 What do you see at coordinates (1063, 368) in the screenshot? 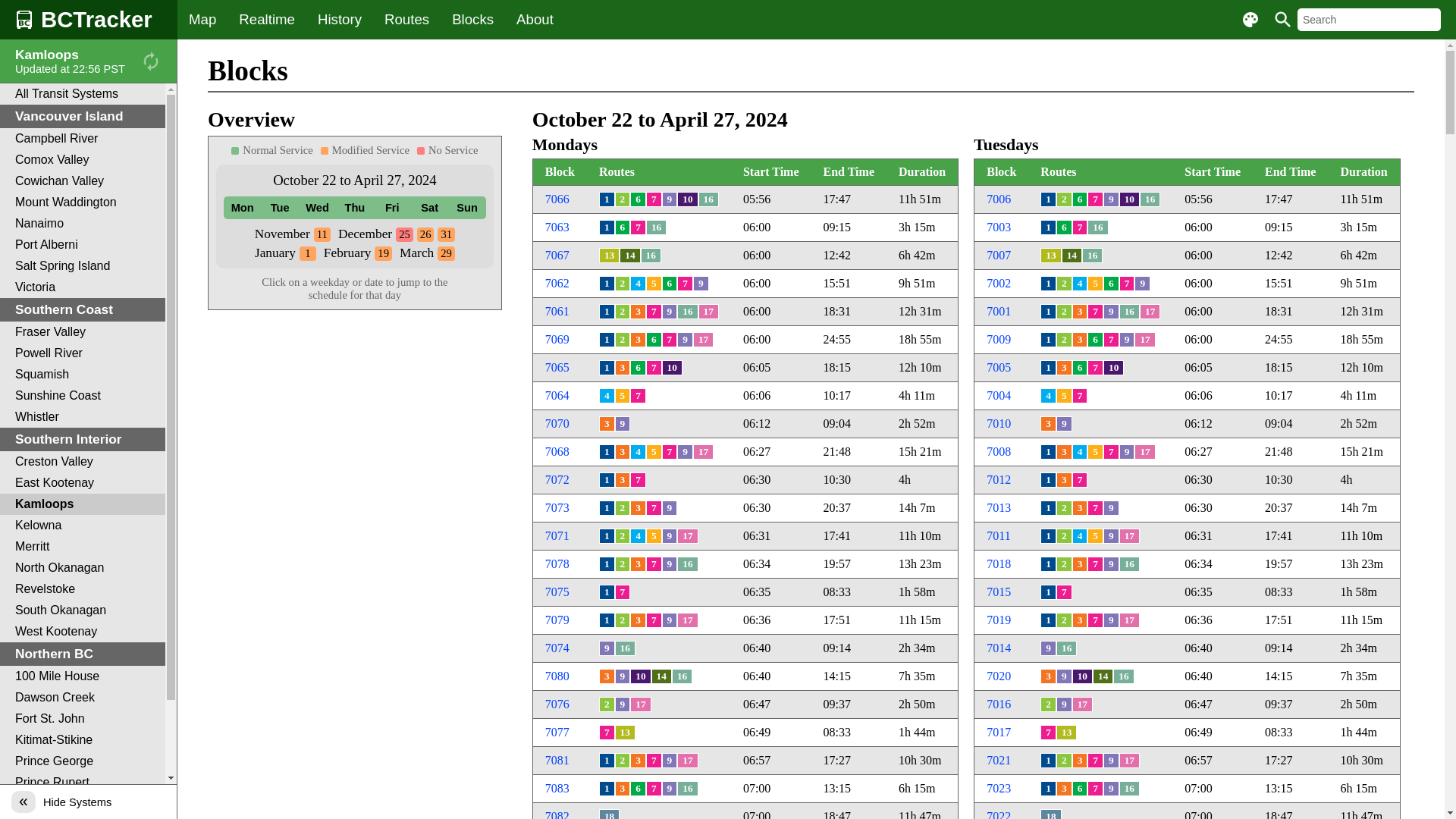
I see `'3'` at bounding box center [1063, 368].